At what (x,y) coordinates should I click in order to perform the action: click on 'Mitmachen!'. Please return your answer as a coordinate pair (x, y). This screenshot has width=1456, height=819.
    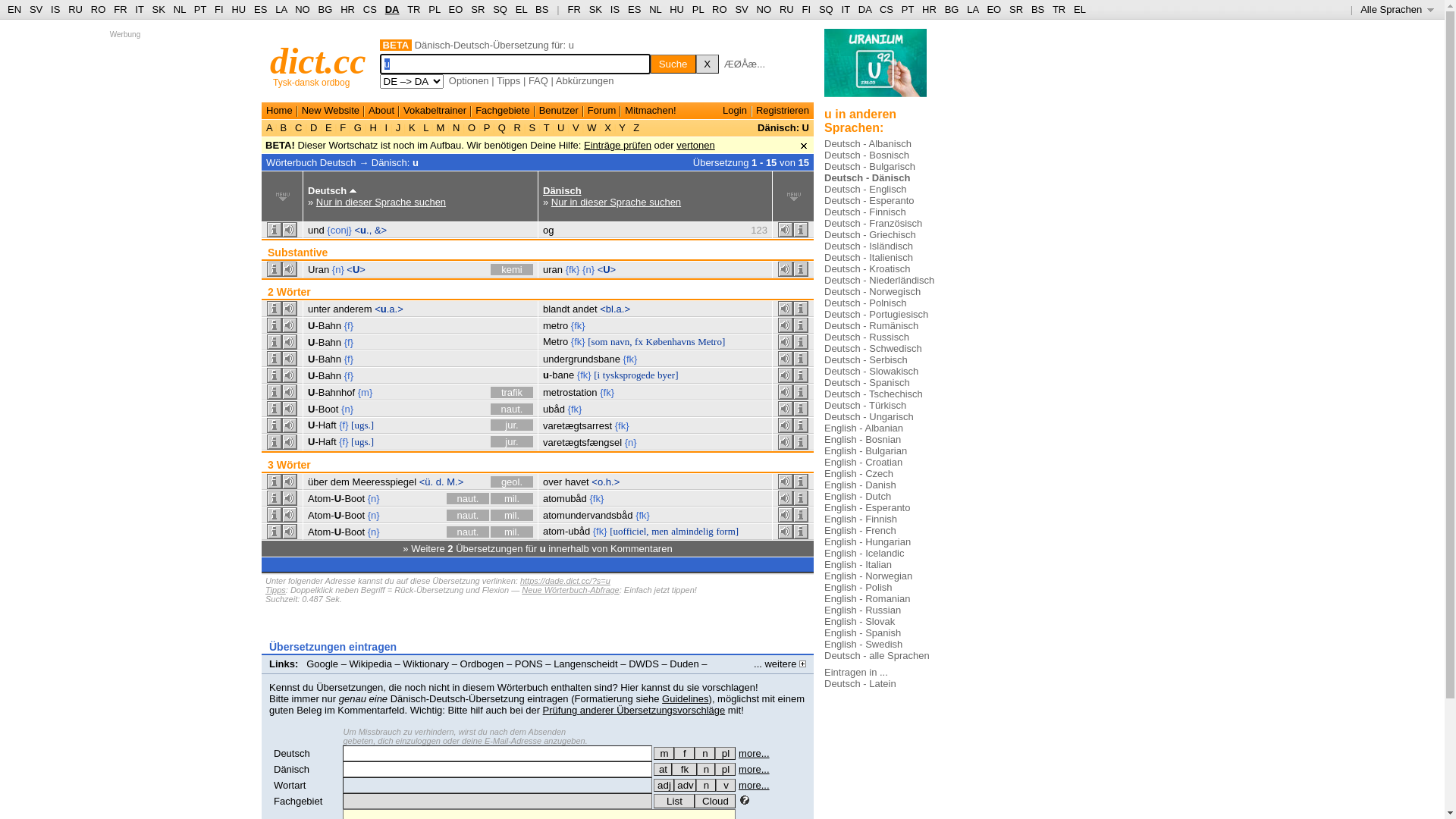
    Looking at the image, I should click on (650, 109).